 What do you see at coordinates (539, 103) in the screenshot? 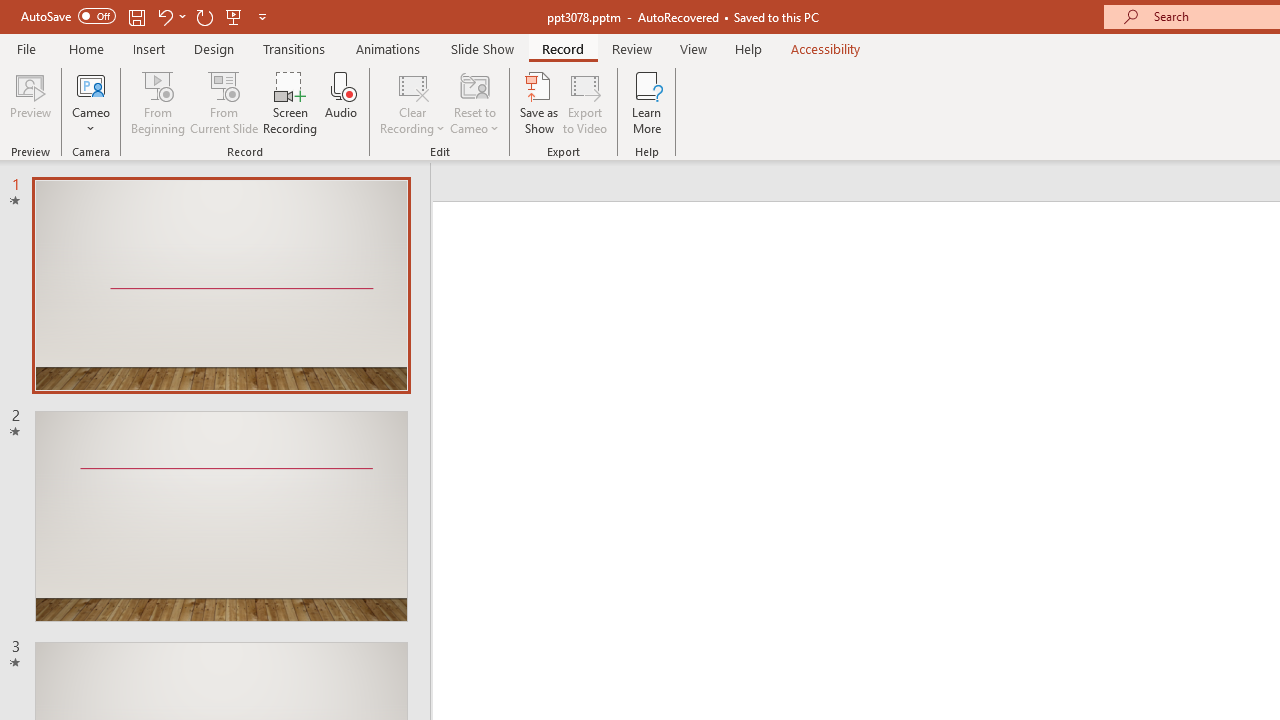
I see `'Save as Show'` at bounding box center [539, 103].